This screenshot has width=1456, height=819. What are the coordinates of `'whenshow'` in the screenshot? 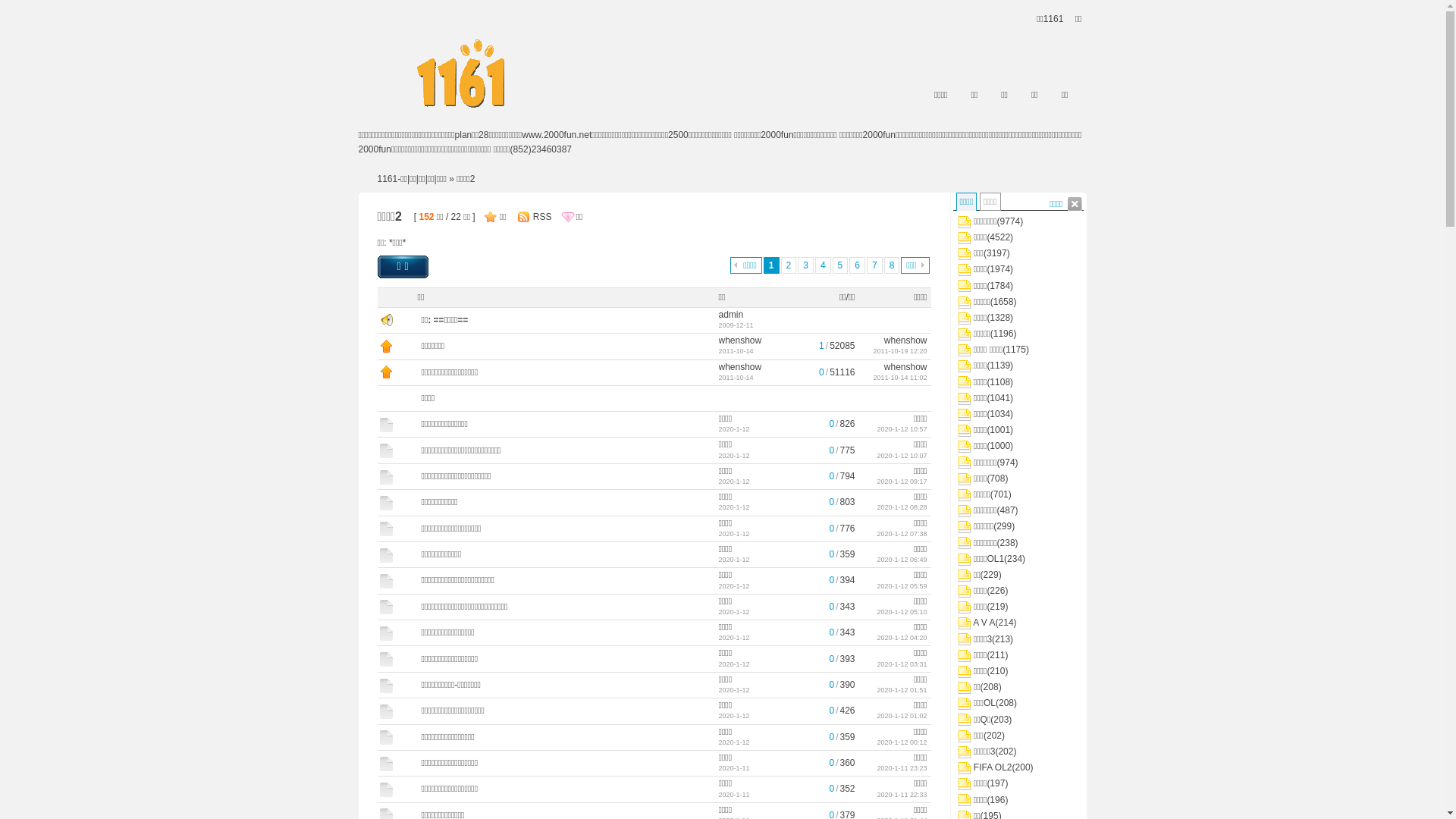 It's located at (905, 366).